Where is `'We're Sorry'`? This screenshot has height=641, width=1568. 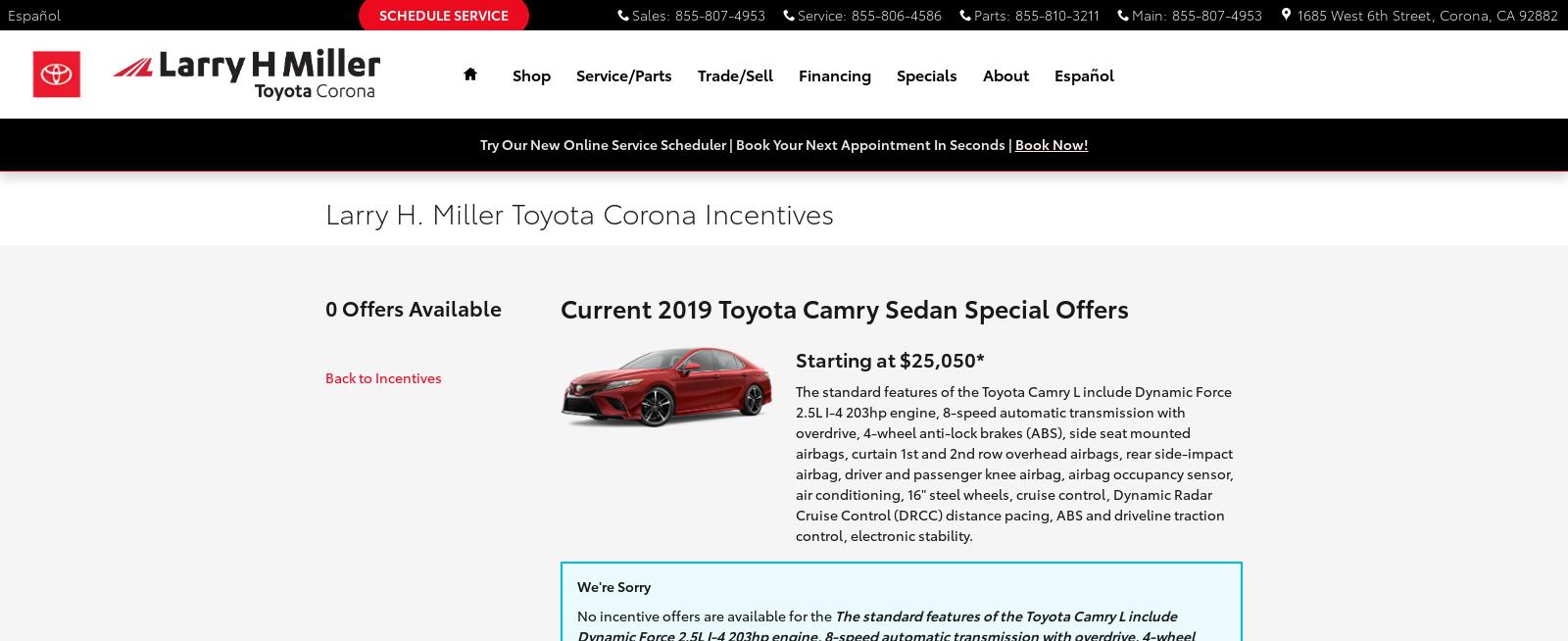
'We're Sorry' is located at coordinates (613, 585).